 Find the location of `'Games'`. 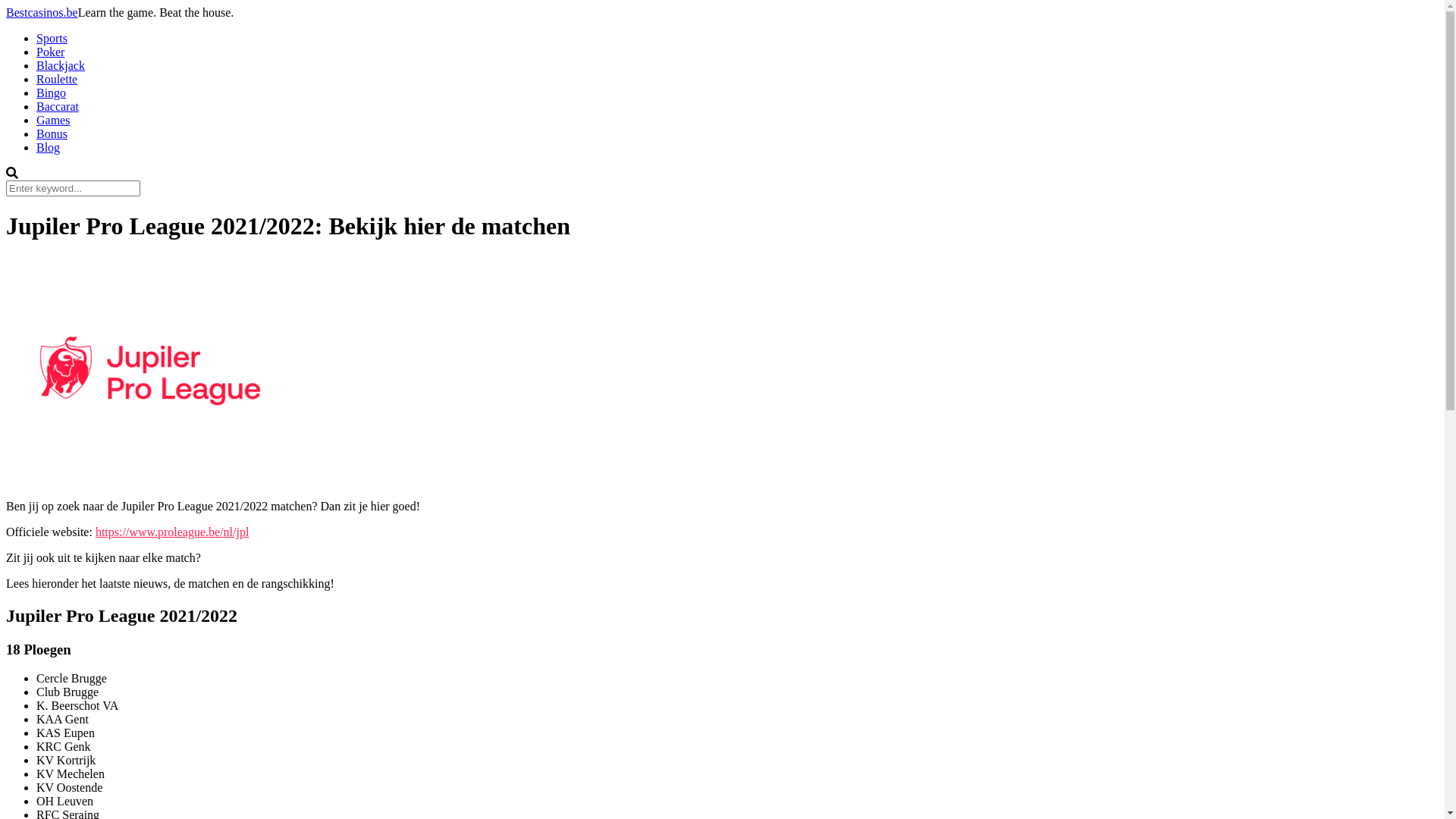

'Games' is located at coordinates (53, 119).